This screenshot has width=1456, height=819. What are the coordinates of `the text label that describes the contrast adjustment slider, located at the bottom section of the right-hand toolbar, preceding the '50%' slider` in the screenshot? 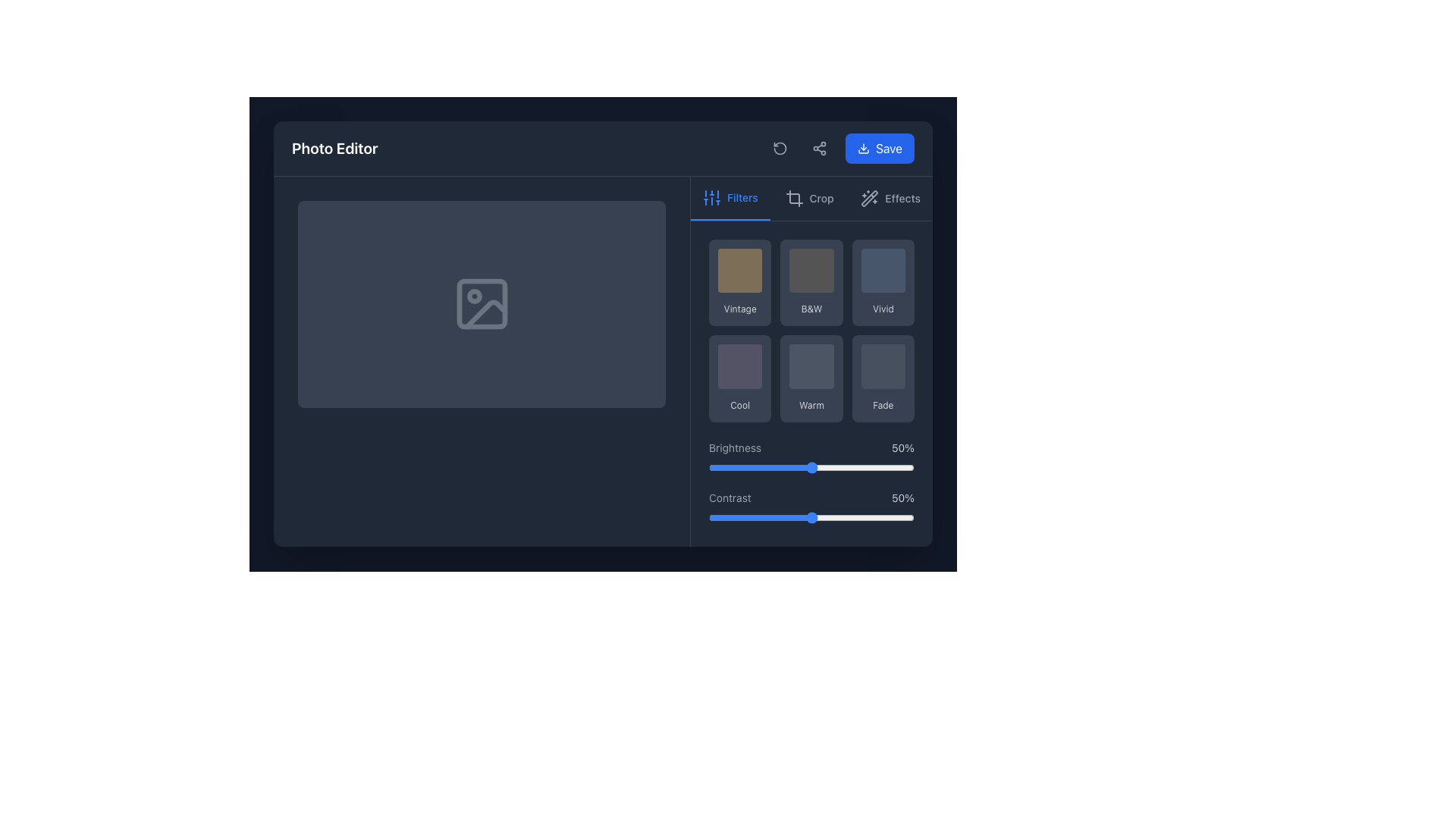 It's located at (730, 497).